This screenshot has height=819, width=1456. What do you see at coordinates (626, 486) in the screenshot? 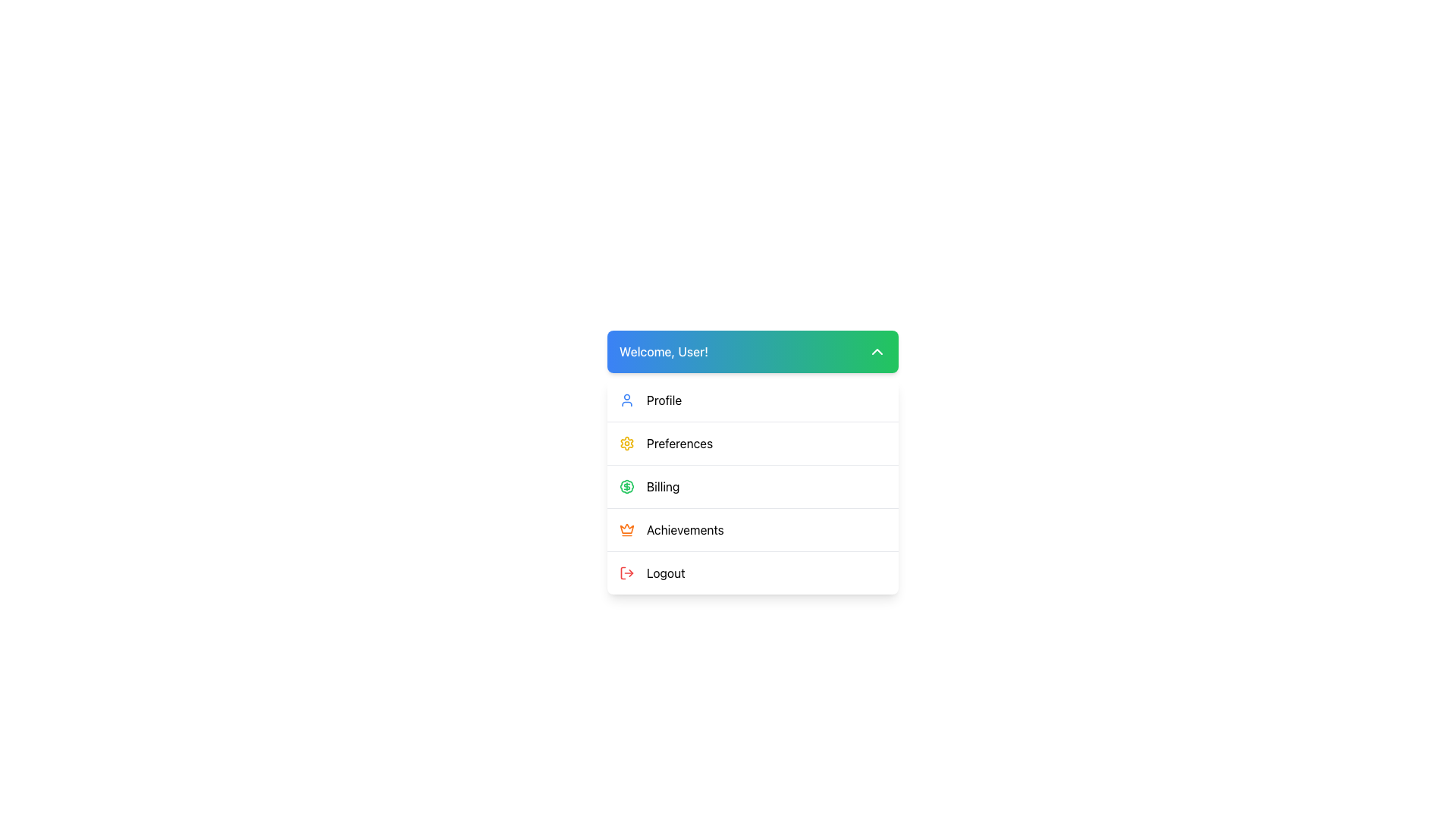
I see `the financial or billing-related icon located to the left of the 'Billing' text in the menu` at bounding box center [626, 486].